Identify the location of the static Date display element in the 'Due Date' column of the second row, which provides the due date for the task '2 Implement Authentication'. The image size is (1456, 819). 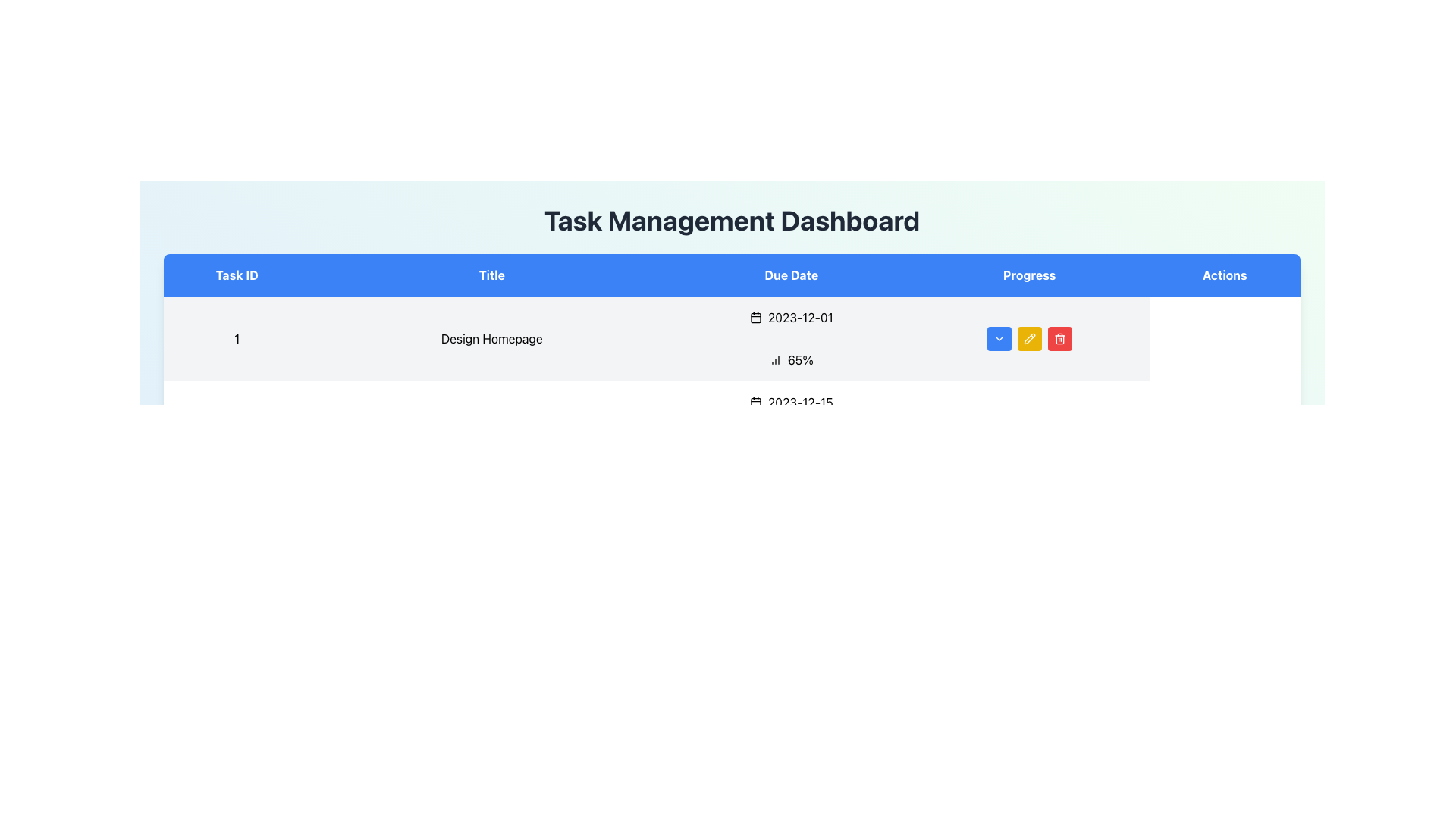
(790, 402).